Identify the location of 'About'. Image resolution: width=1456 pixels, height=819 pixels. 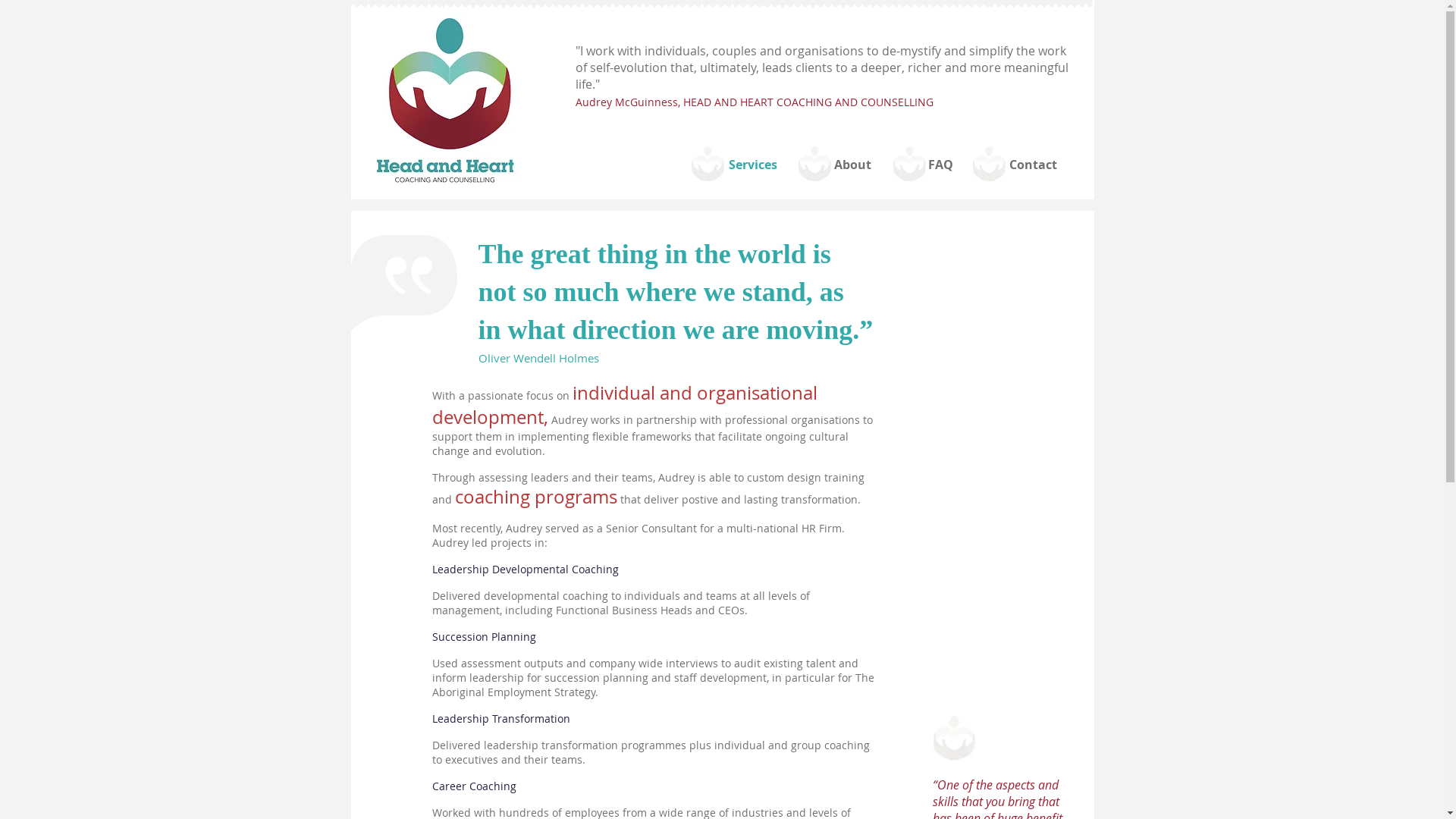
(852, 165).